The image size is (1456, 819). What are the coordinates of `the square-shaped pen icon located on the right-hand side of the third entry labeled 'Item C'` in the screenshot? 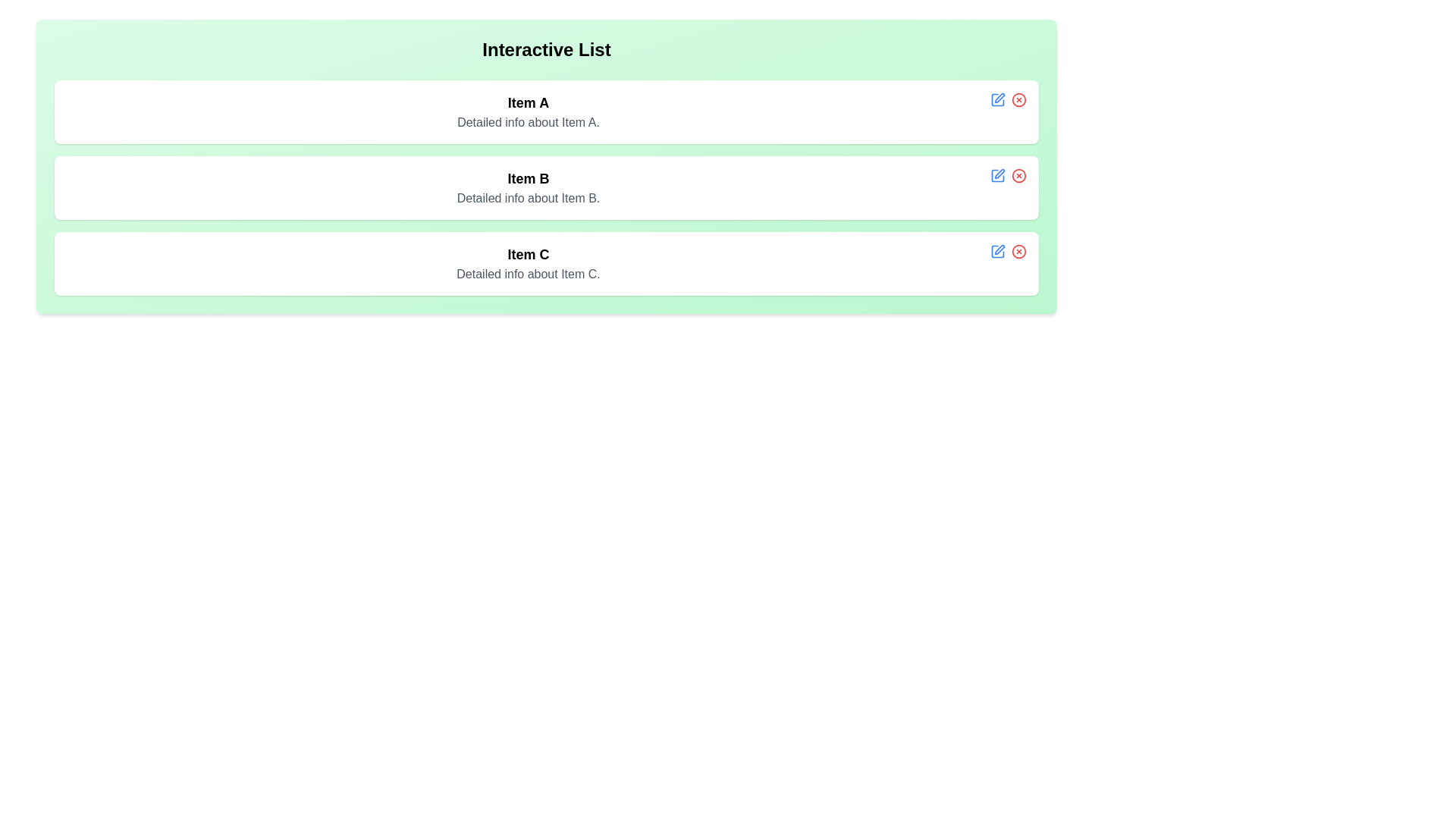 It's located at (997, 250).